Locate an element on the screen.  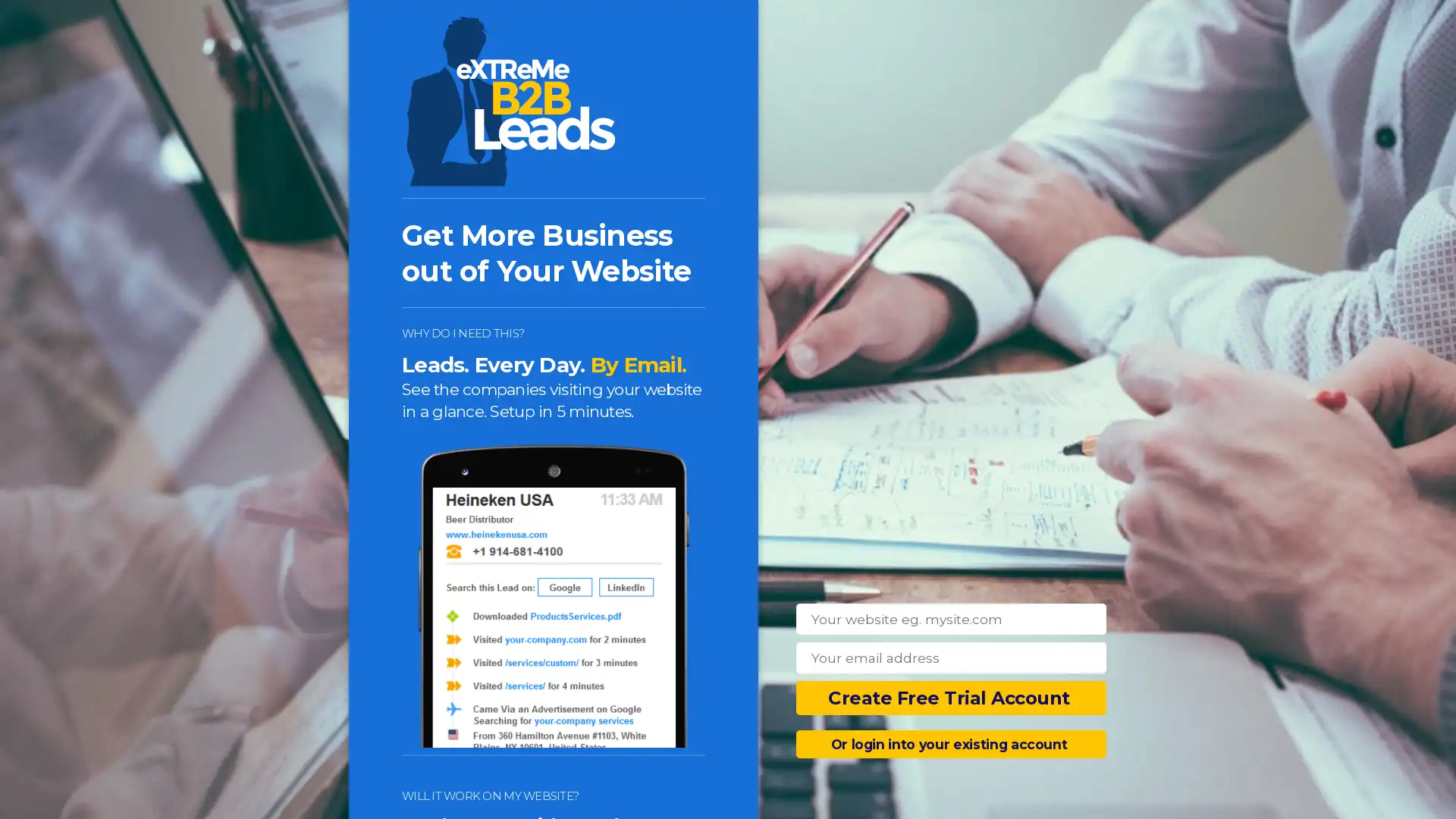
Or login into your existing account is located at coordinates (950, 743).